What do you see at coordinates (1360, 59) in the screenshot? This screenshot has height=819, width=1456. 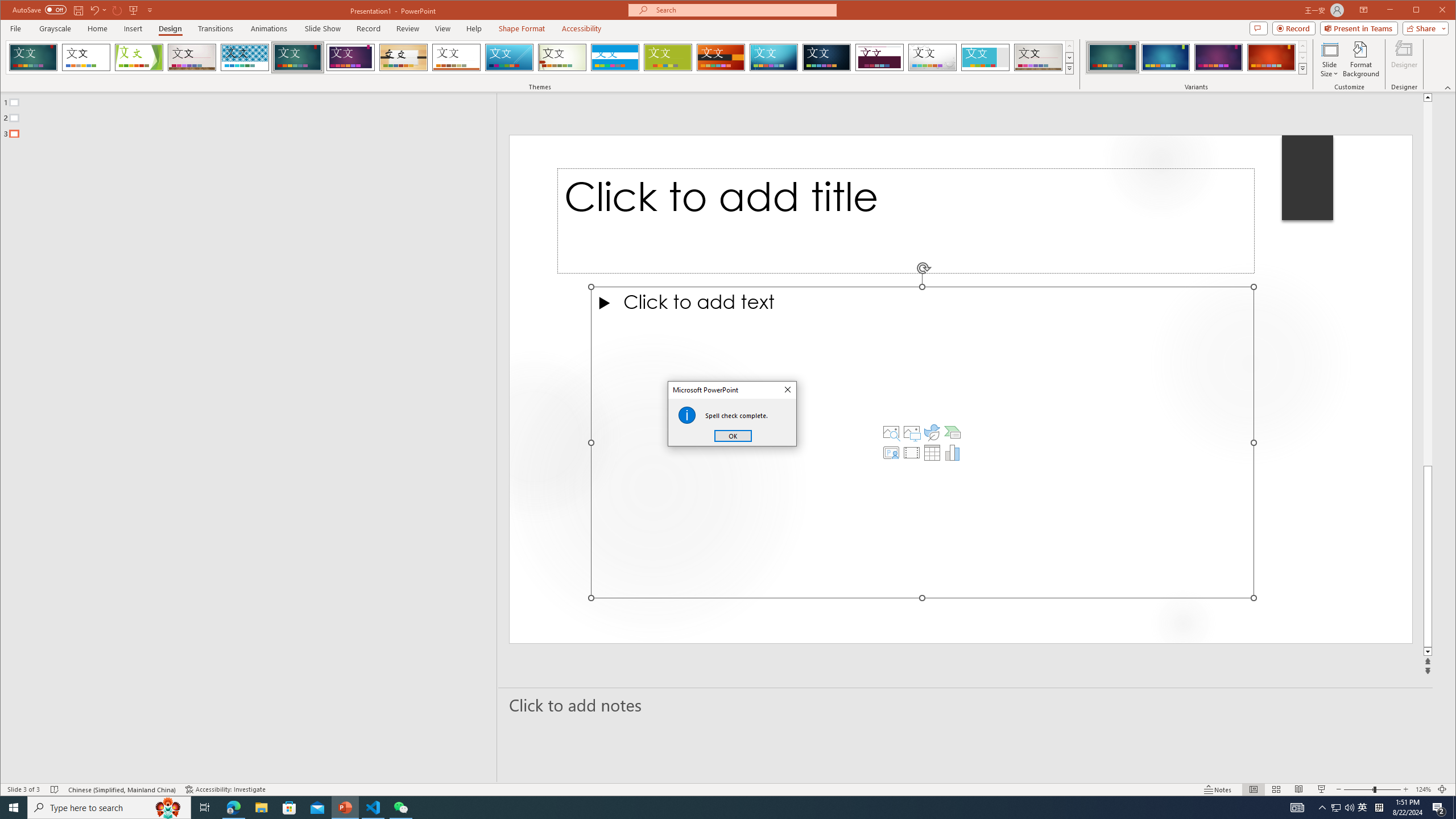 I see `'Format Background'` at bounding box center [1360, 59].